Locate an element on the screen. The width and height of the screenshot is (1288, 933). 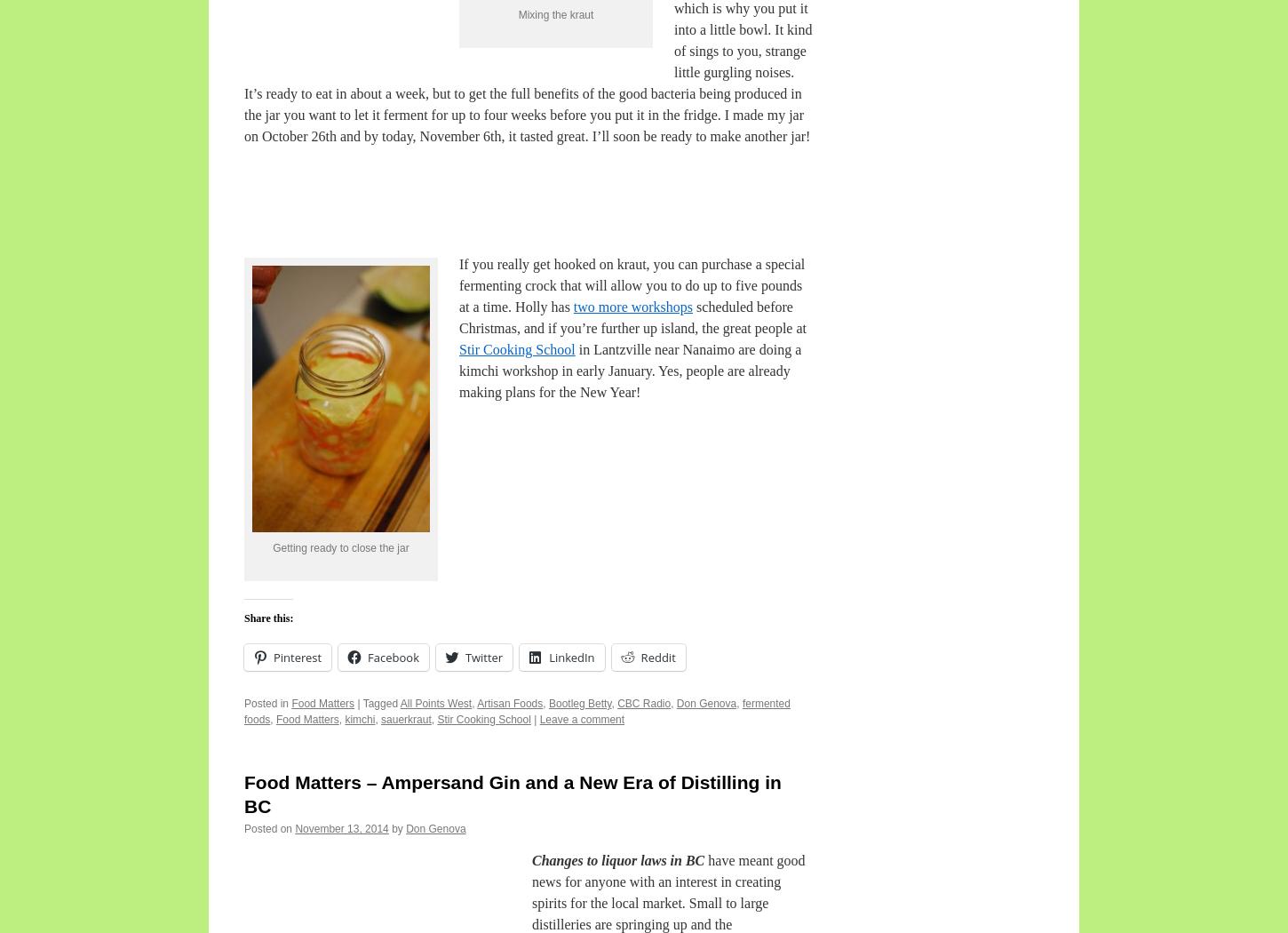
'sauerkraut' is located at coordinates (405, 718).